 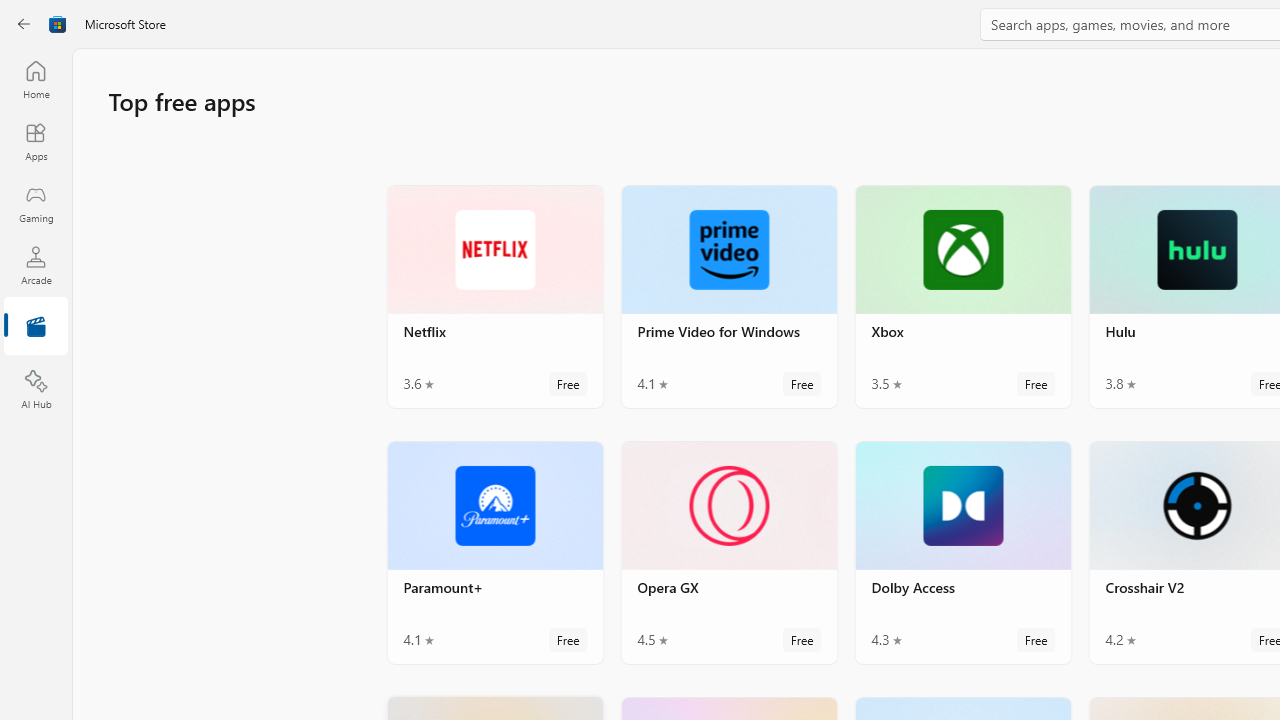 I want to click on 'Class: Image', so click(x=58, y=24).